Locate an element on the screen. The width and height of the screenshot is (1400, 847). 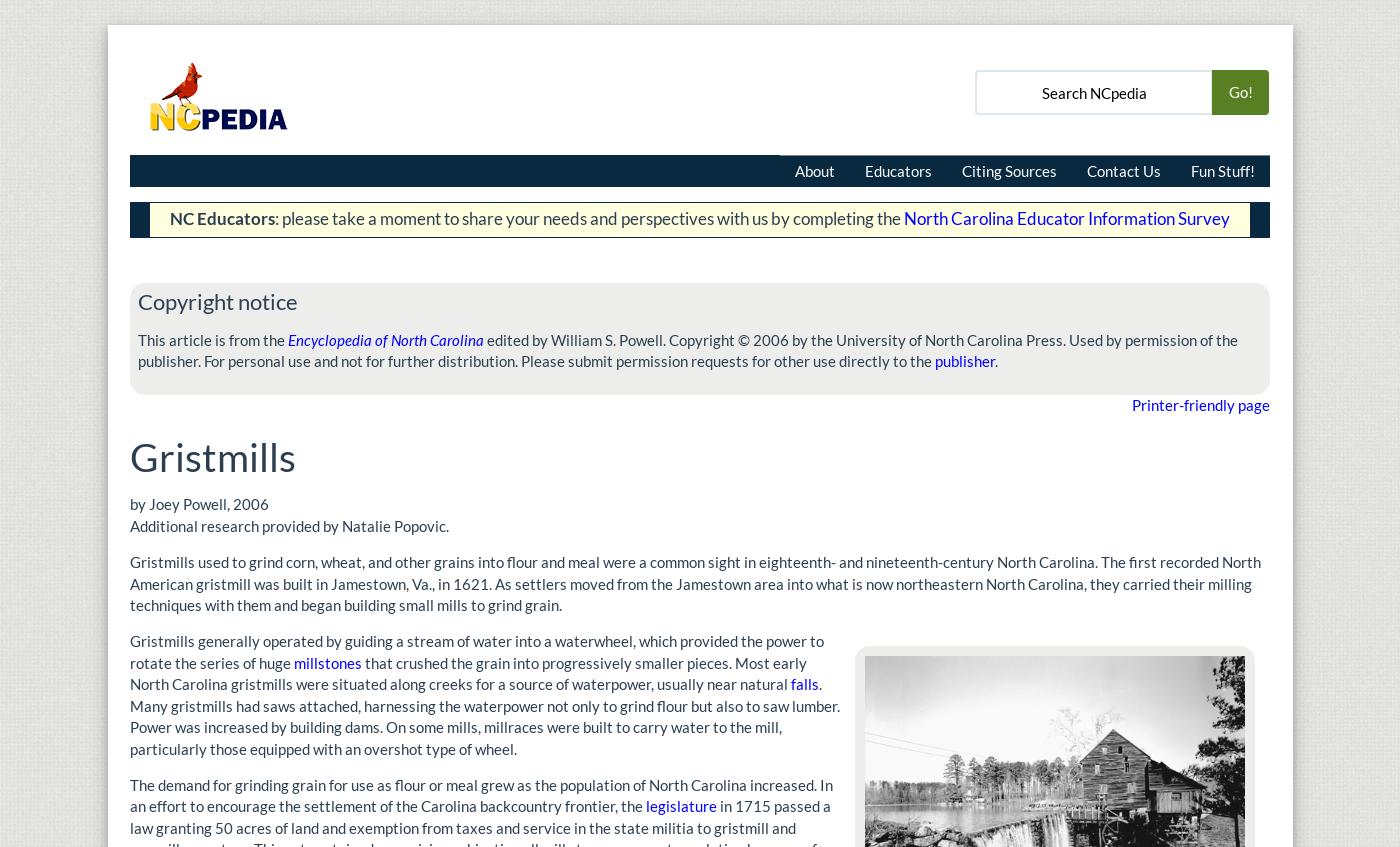
'millstones' is located at coordinates (328, 661).